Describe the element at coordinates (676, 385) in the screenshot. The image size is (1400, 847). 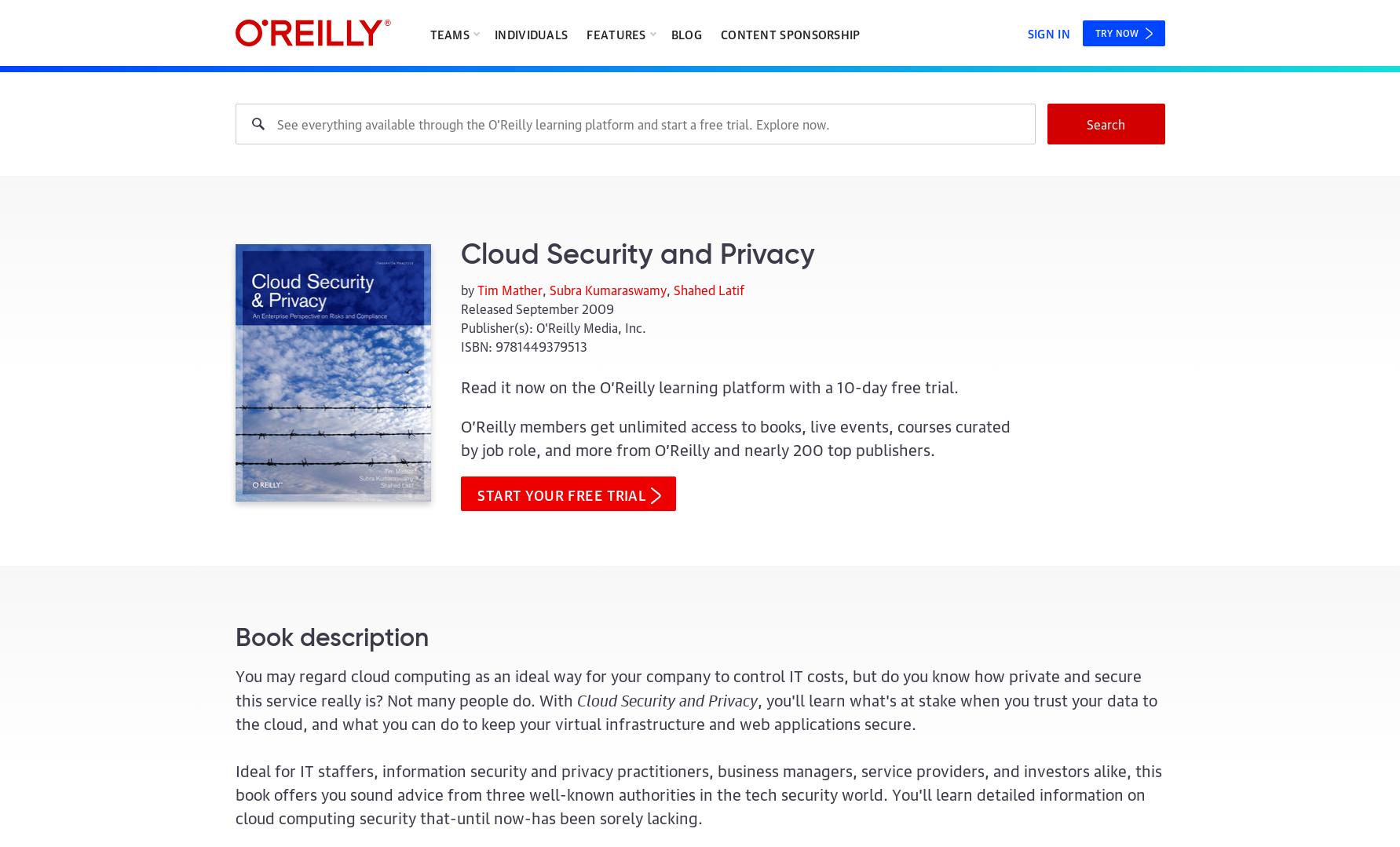
I see `'Read it now on the O’Reilly learning platform with a 10-day'` at that location.